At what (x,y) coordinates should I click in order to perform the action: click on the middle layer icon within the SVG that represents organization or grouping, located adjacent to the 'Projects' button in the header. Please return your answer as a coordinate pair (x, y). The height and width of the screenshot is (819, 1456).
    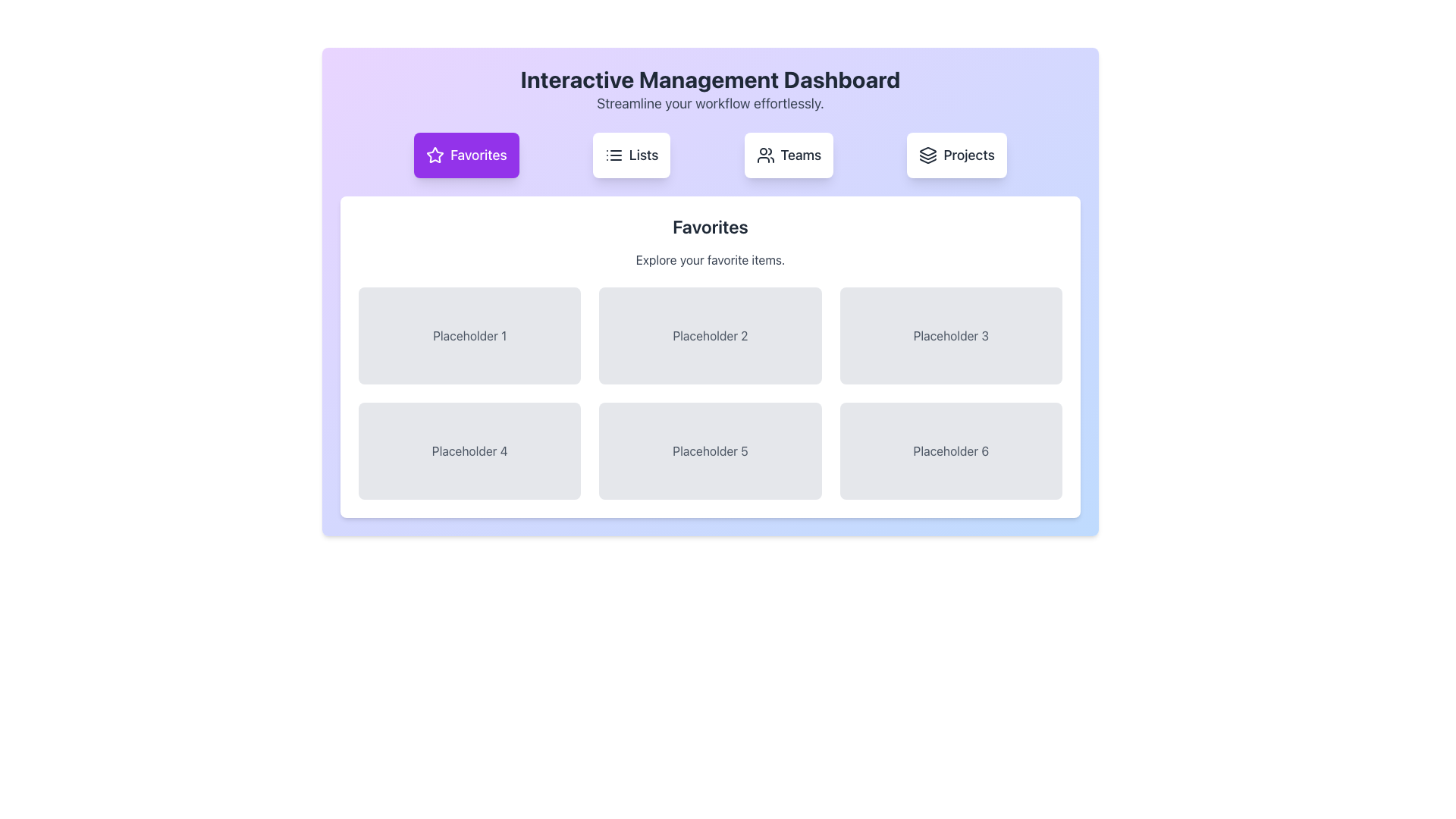
    Looking at the image, I should click on (927, 157).